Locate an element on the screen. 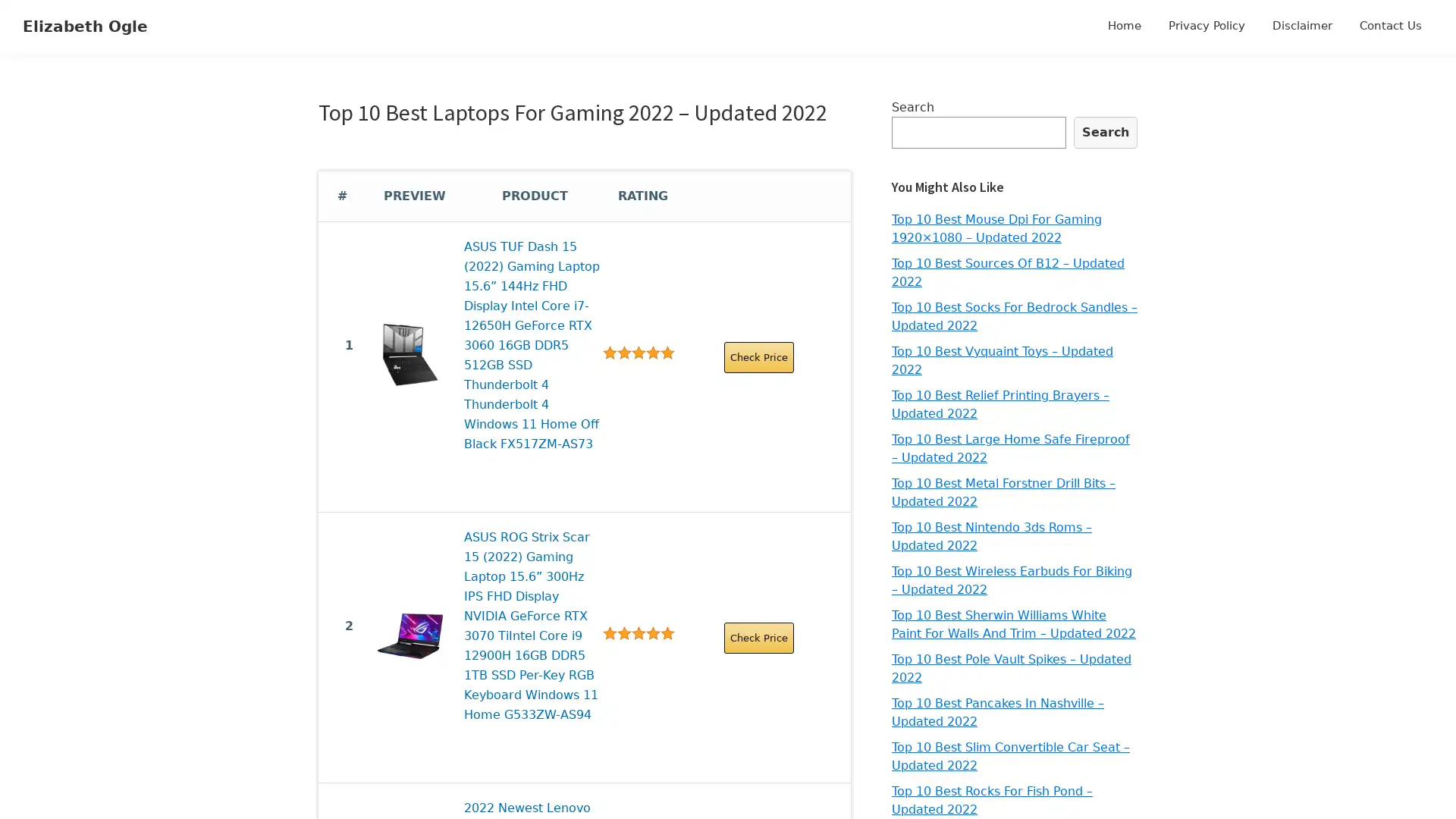  Search is located at coordinates (1106, 131).